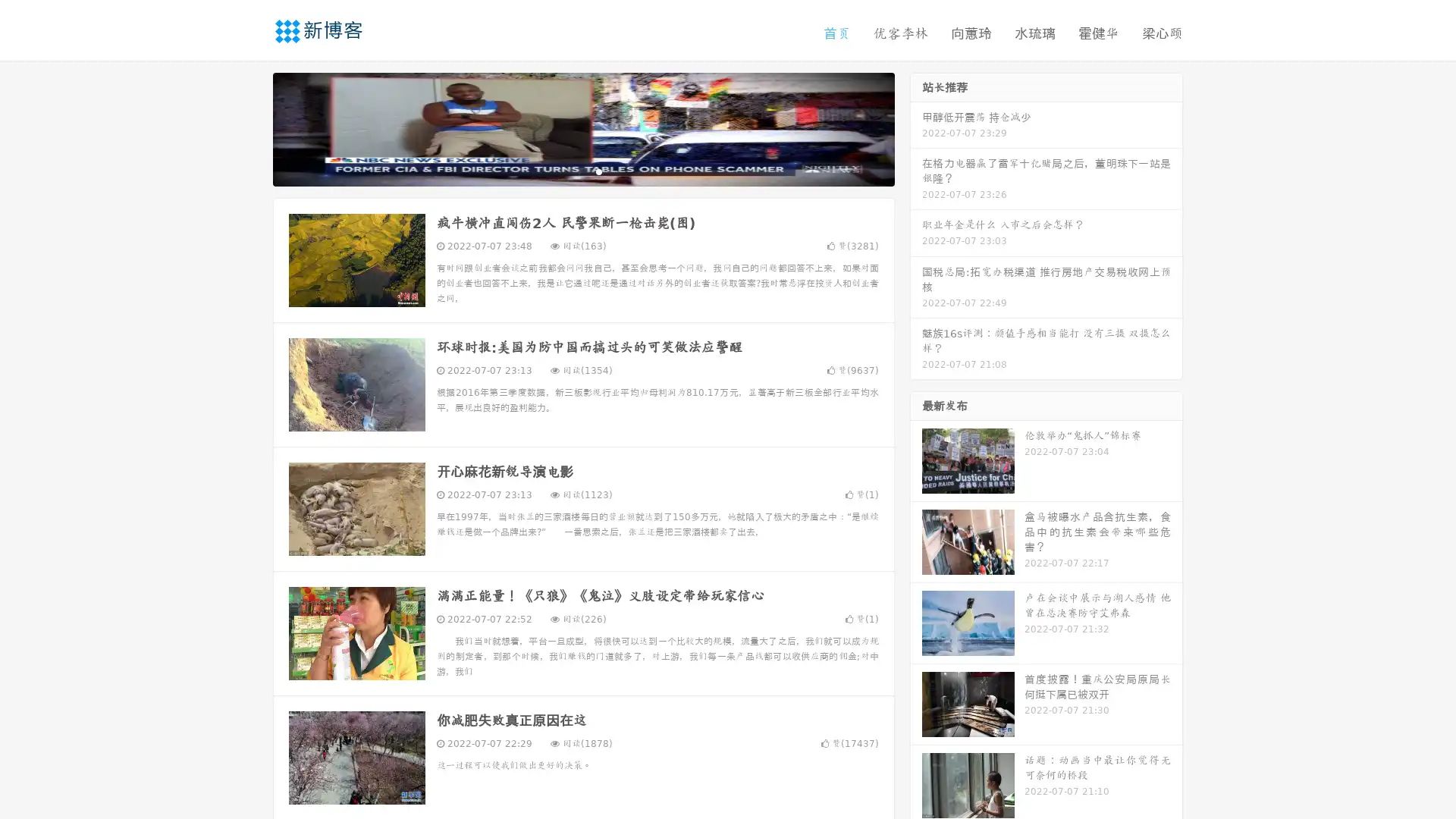 This screenshot has width=1456, height=819. What do you see at coordinates (582, 171) in the screenshot?
I see `Go to slide 2` at bounding box center [582, 171].